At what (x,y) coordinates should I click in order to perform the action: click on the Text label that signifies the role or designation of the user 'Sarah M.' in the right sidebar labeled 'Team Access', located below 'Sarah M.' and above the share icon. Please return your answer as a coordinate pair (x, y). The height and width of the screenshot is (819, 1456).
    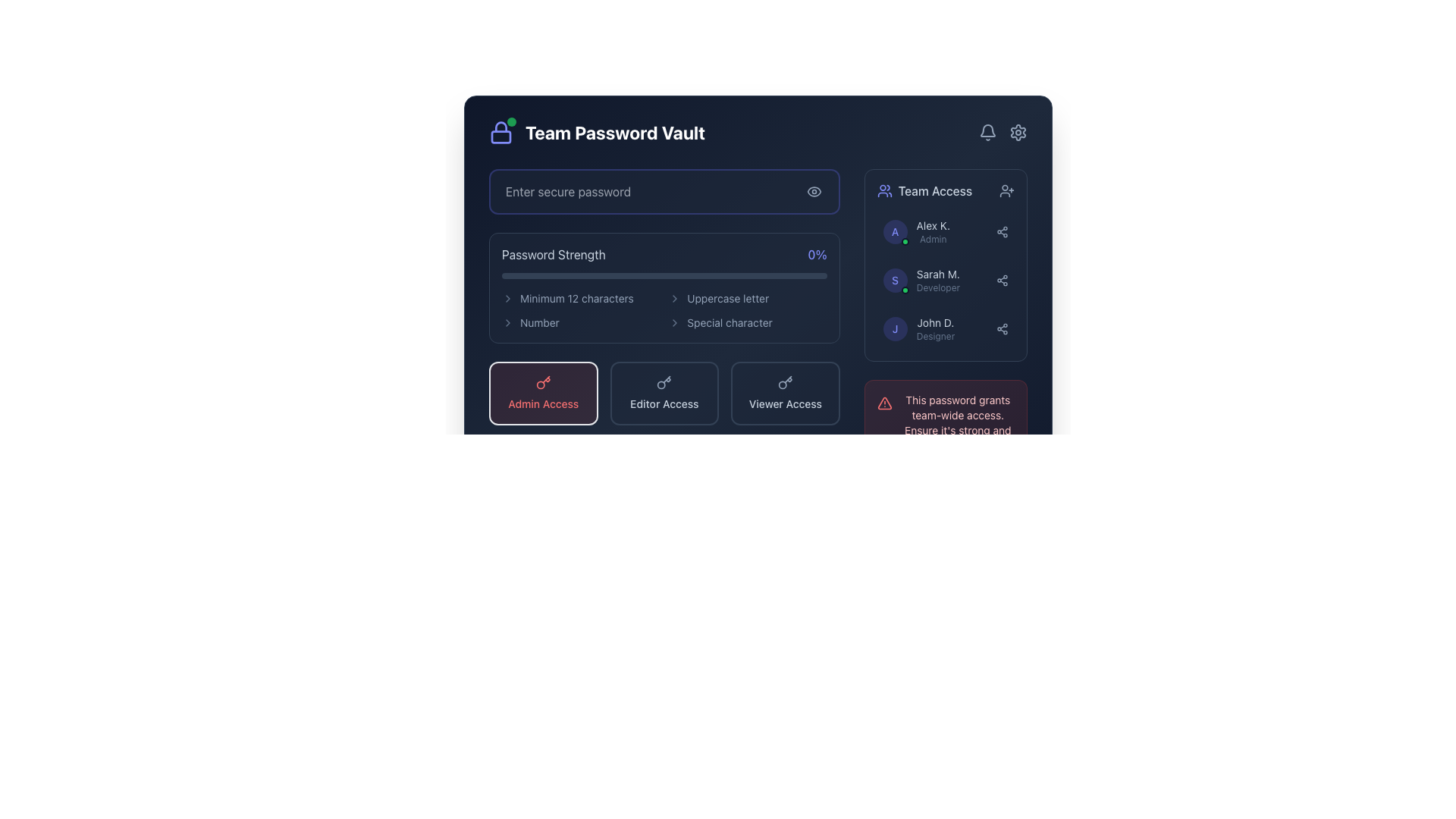
    Looking at the image, I should click on (937, 288).